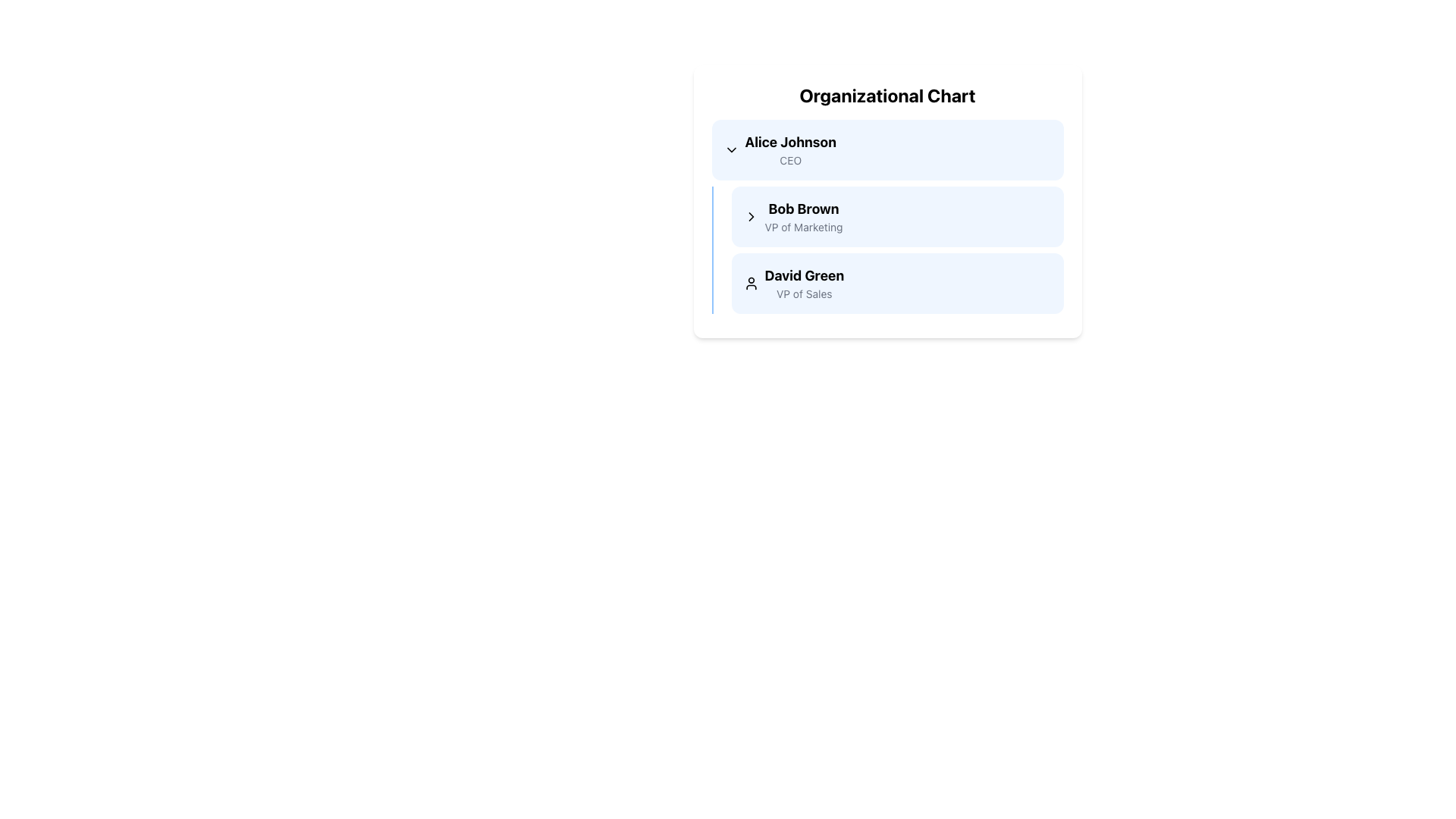  I want to click on the text label providing additional information for 'Bob Brown', identified as 'VP of Marketing', so click(803, 227).